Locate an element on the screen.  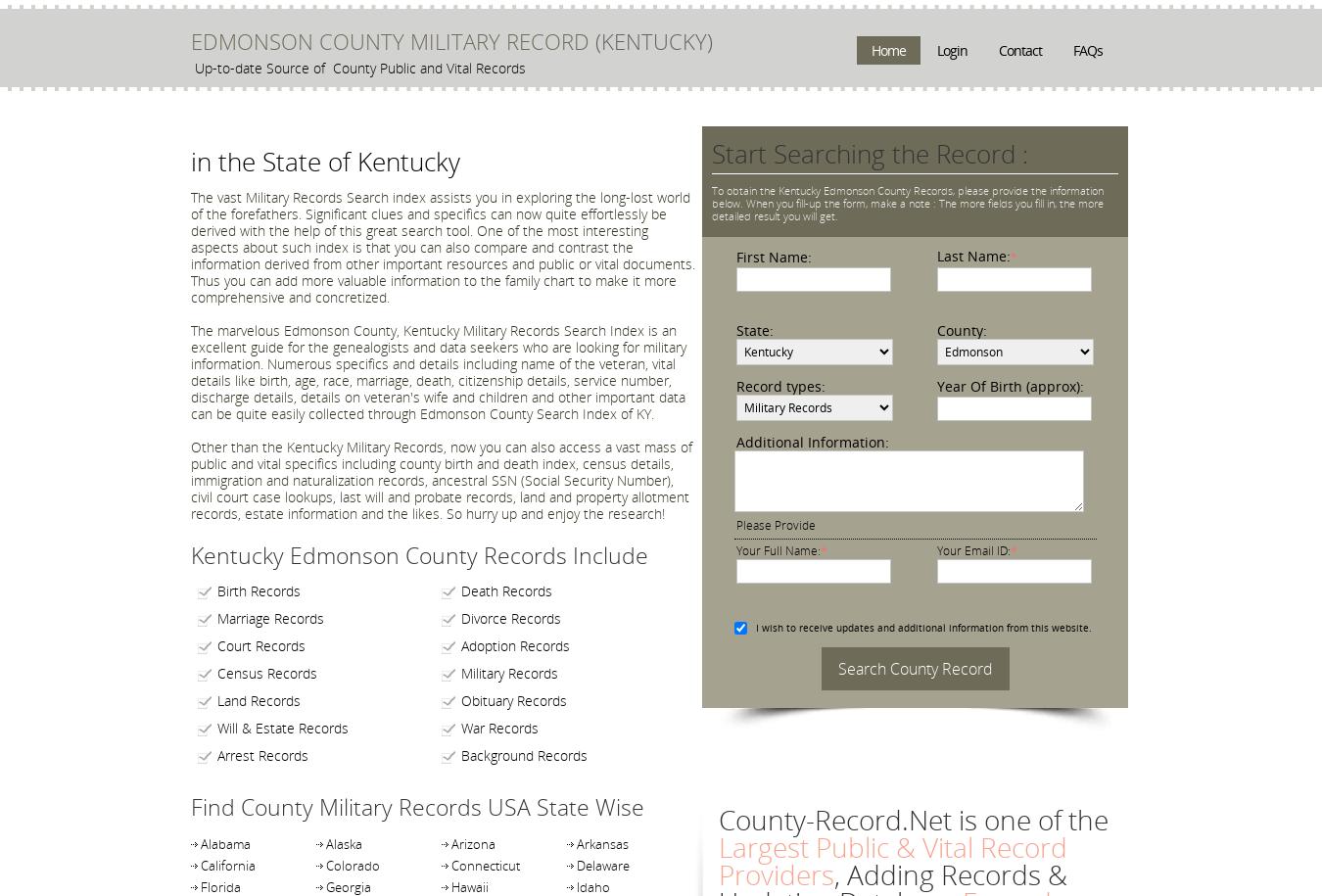
'To obtain the Kentucky Edmonson County Records, please provide the information below. When you fill-up the form, make a note : The more fields you fill in, the more detailed result you will get.' is located at coordinates (907, 203).